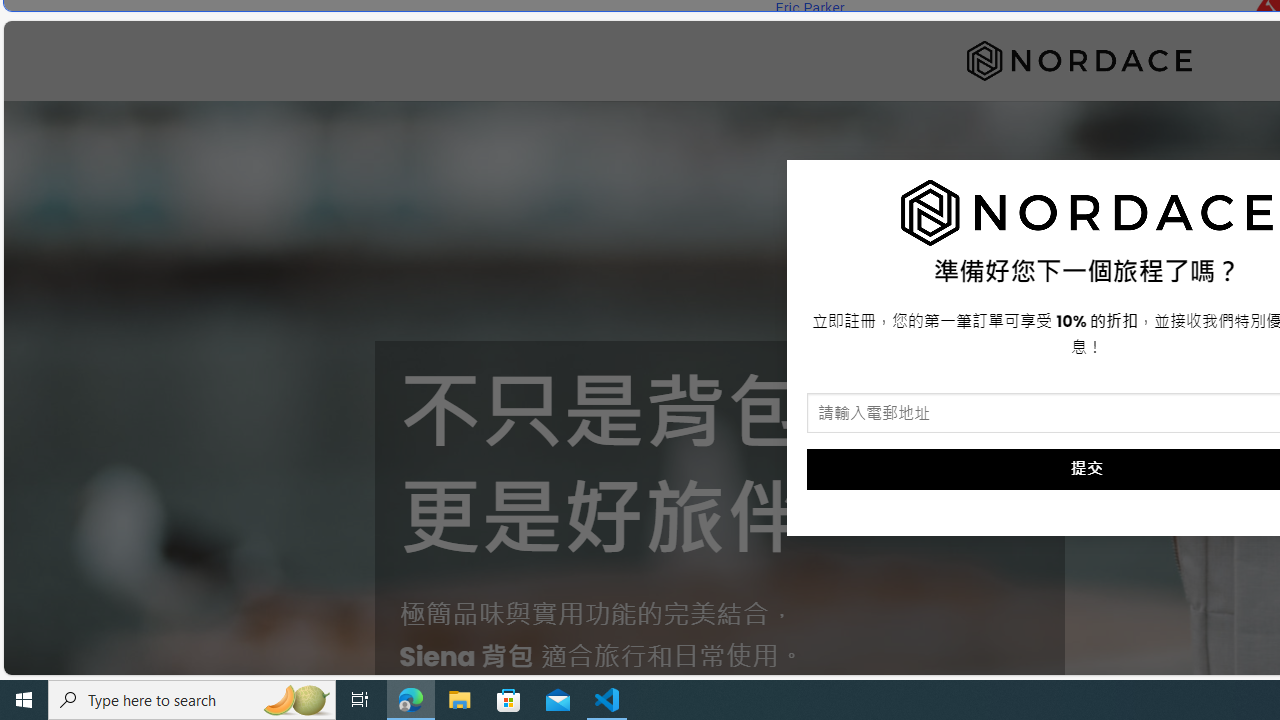  Describe the element at coordinates (1086, 213) in the screenshot. I see `'To get missing image descriptions, open the context menu.'` at that location.